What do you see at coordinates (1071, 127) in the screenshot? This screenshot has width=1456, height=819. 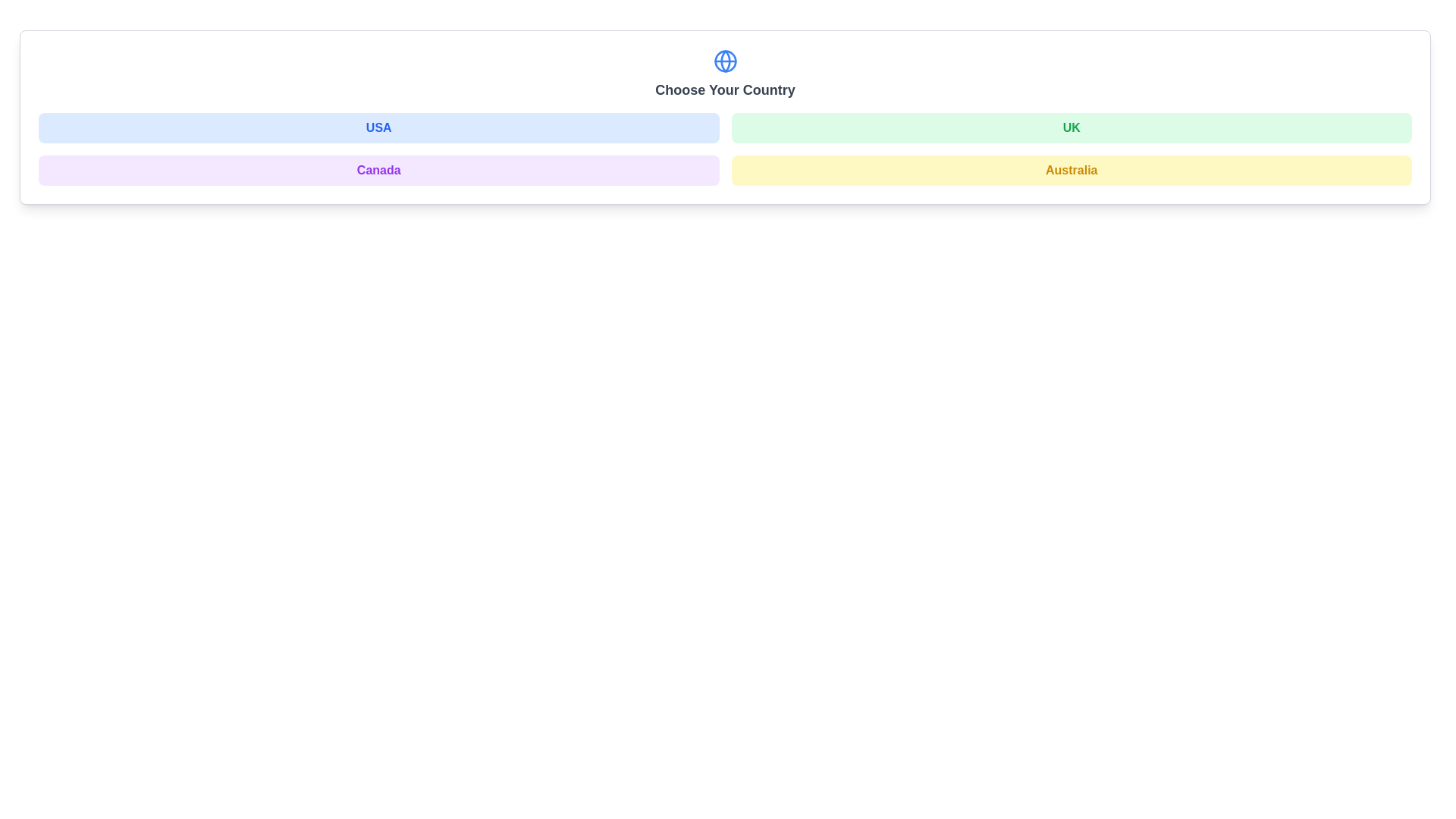 I see `the text label displaying 'UK' in bold green font, which is located in the second column of the top row of the grid layout, within a green background button` at bounding box center [1071, 127].